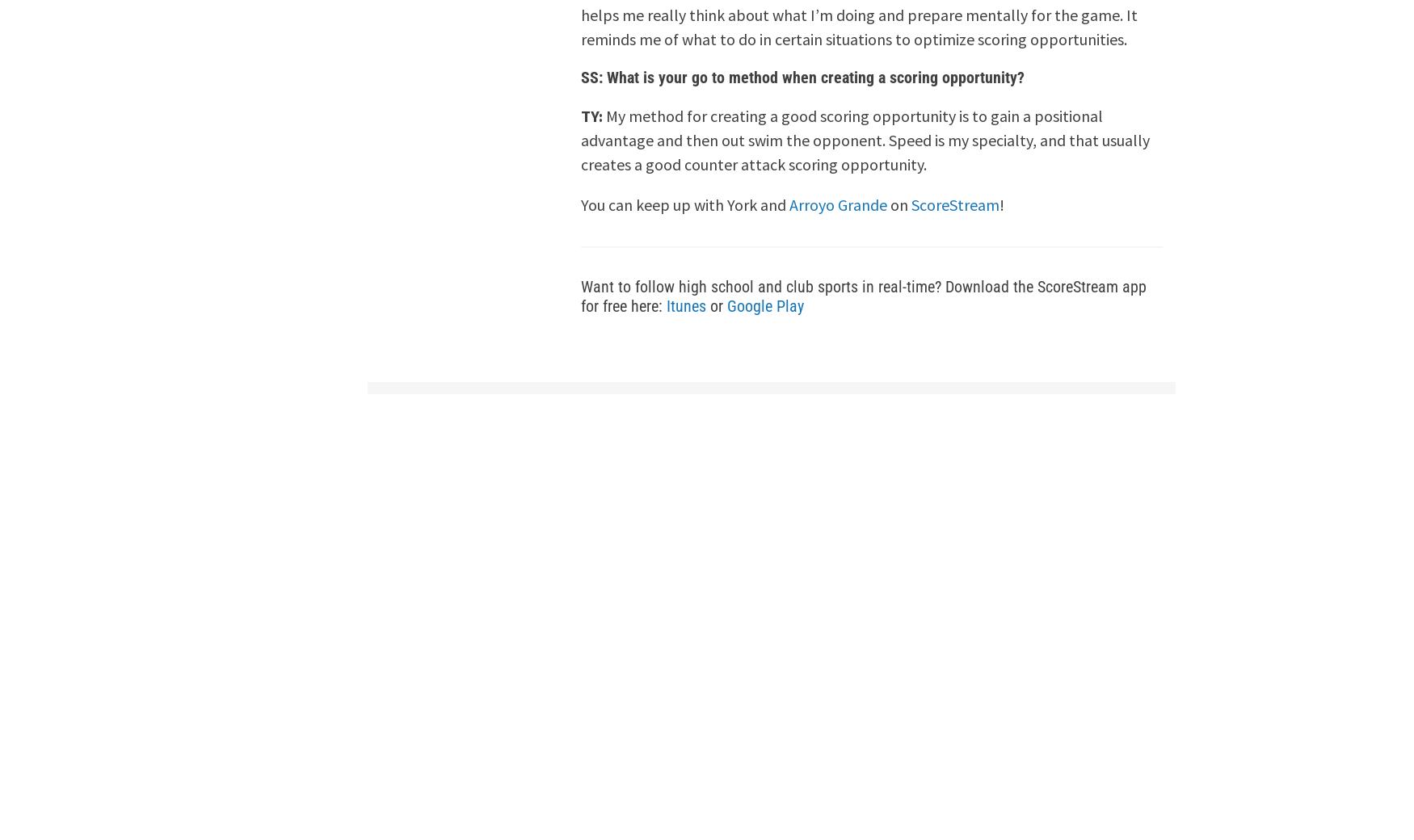  I want to click on 'My method for creating a good scoring opportunity is to gain a positional advantage and then out swim the opponent. Speed is my specialty, and that usually creates a good counter attack scoring opportunity.', so click(865, 140).